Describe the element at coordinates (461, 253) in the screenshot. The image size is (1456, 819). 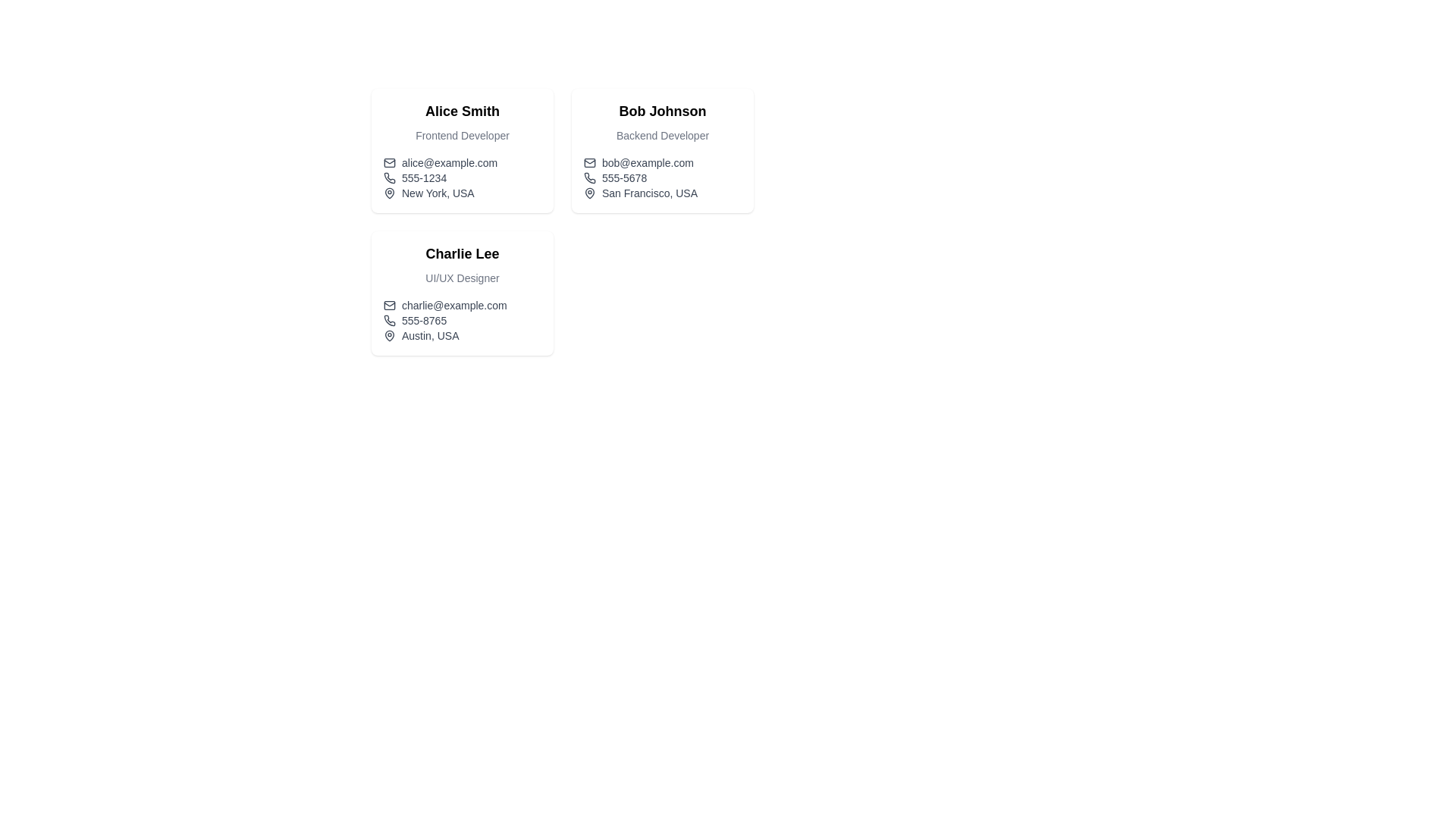
I see `the text label displaying 'Charlie Lee' which is styled prominently as a title and located in the middle card of the bottom row in the grid` at that location.